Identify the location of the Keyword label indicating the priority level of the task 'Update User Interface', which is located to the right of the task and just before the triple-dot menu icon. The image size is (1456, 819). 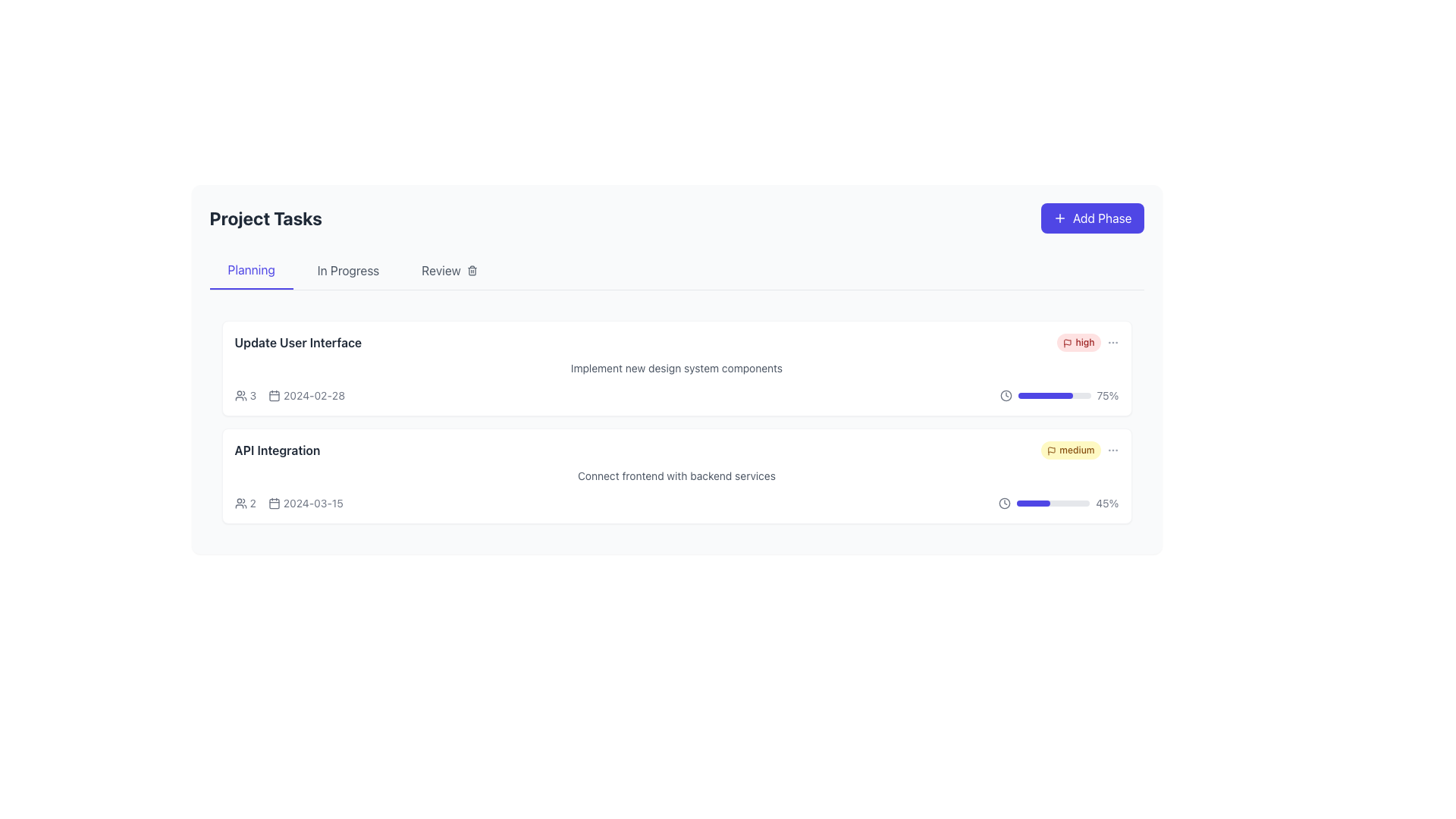
(1087, 342).